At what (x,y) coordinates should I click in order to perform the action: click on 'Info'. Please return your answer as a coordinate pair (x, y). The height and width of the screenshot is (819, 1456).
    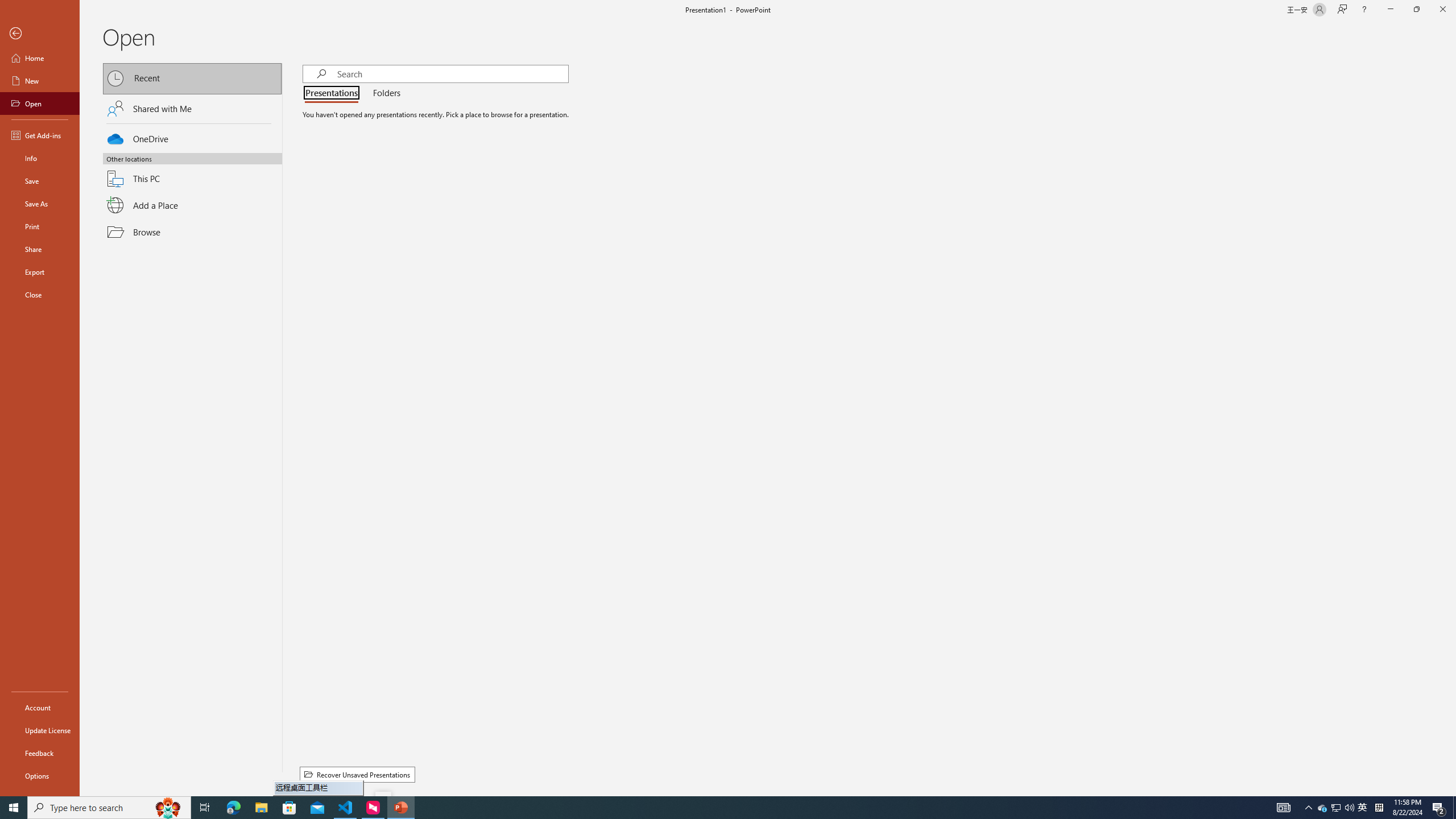
    Looking at the image, I should click on (39, 157).